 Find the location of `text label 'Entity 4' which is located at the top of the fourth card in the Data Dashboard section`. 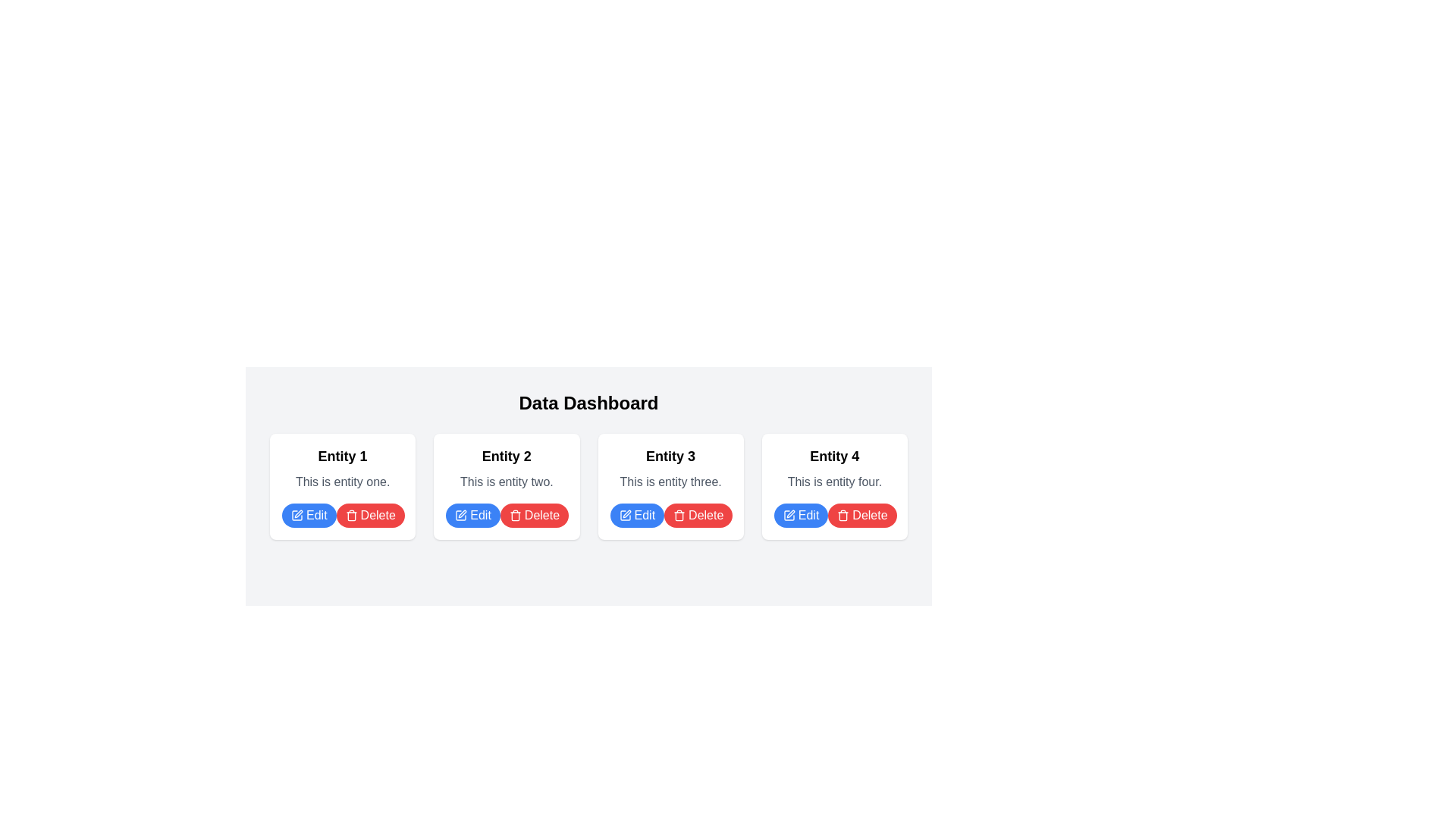

text label 'Entity 4' which is located at the top of the fourth card in the Data Dashboard section is located at coordinates (833, 455).